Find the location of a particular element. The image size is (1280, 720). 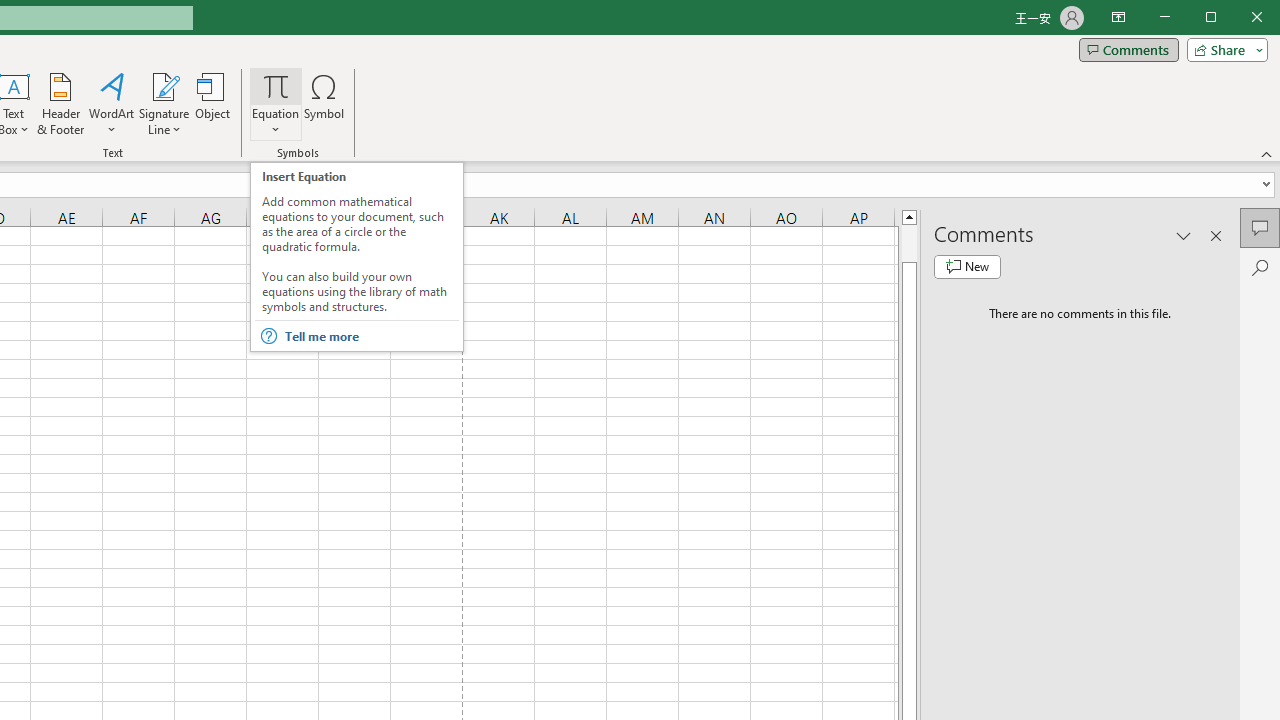

'WordArt' is located at coordinates (111, 104).